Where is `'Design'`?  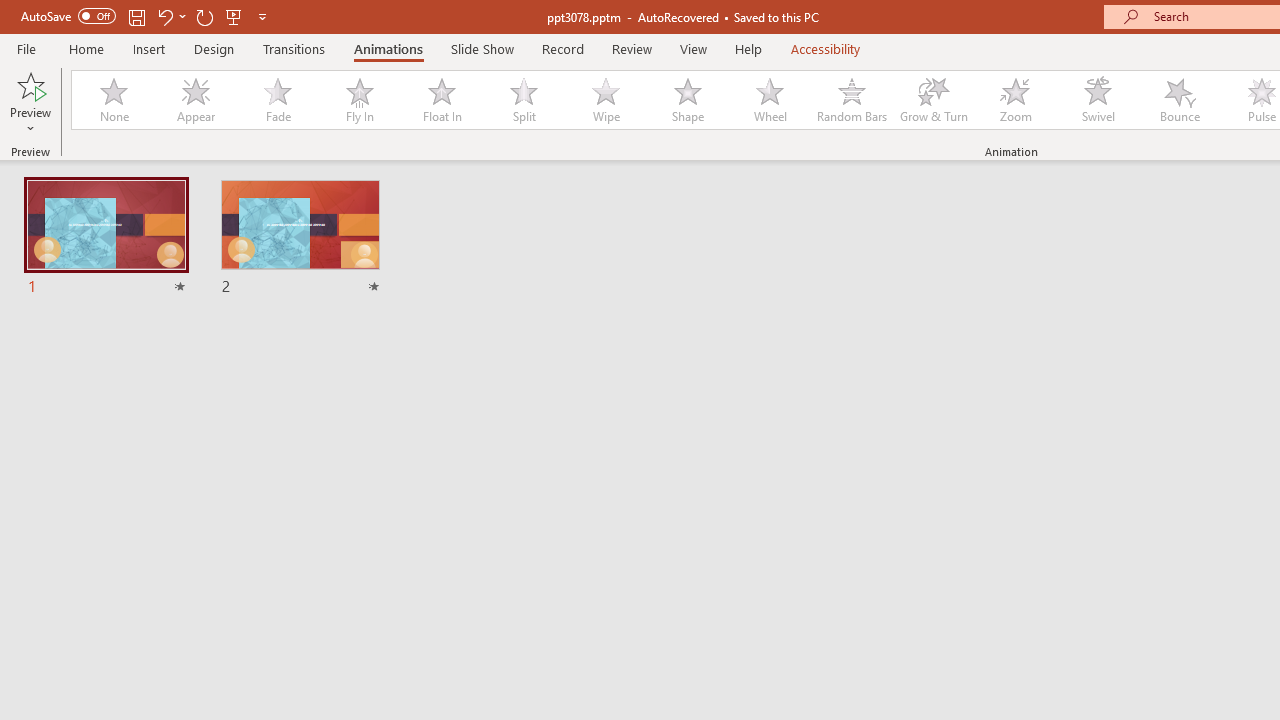 'Design' is located at coordinates (214, 48).